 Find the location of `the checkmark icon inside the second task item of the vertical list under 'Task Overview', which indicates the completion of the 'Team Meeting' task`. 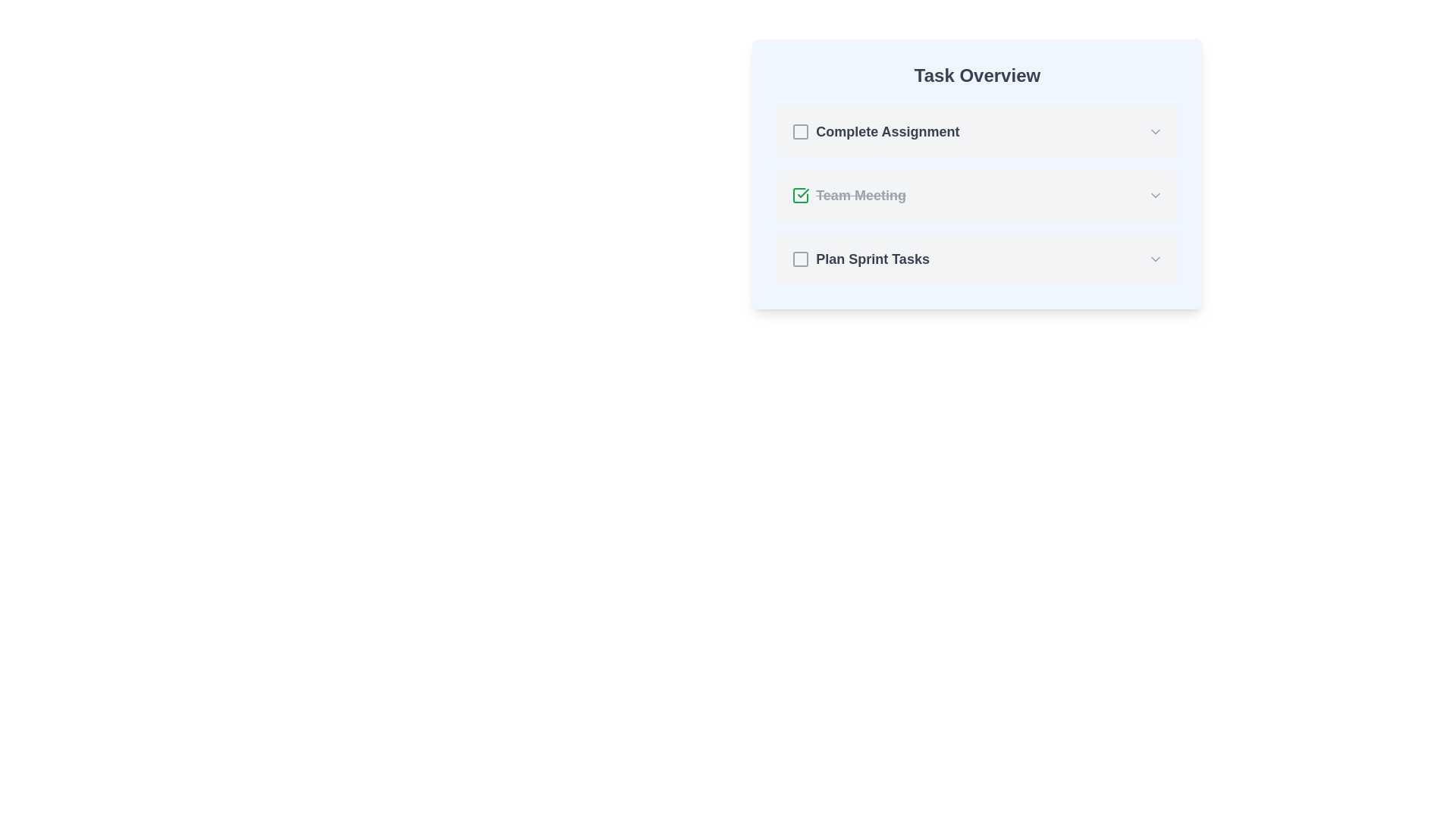

the checkmark icon inside the second task item of the vertical list under 'Task Overview', which indicates the completion of the 'Team Meeting' task is located at coordinates (800, 195).